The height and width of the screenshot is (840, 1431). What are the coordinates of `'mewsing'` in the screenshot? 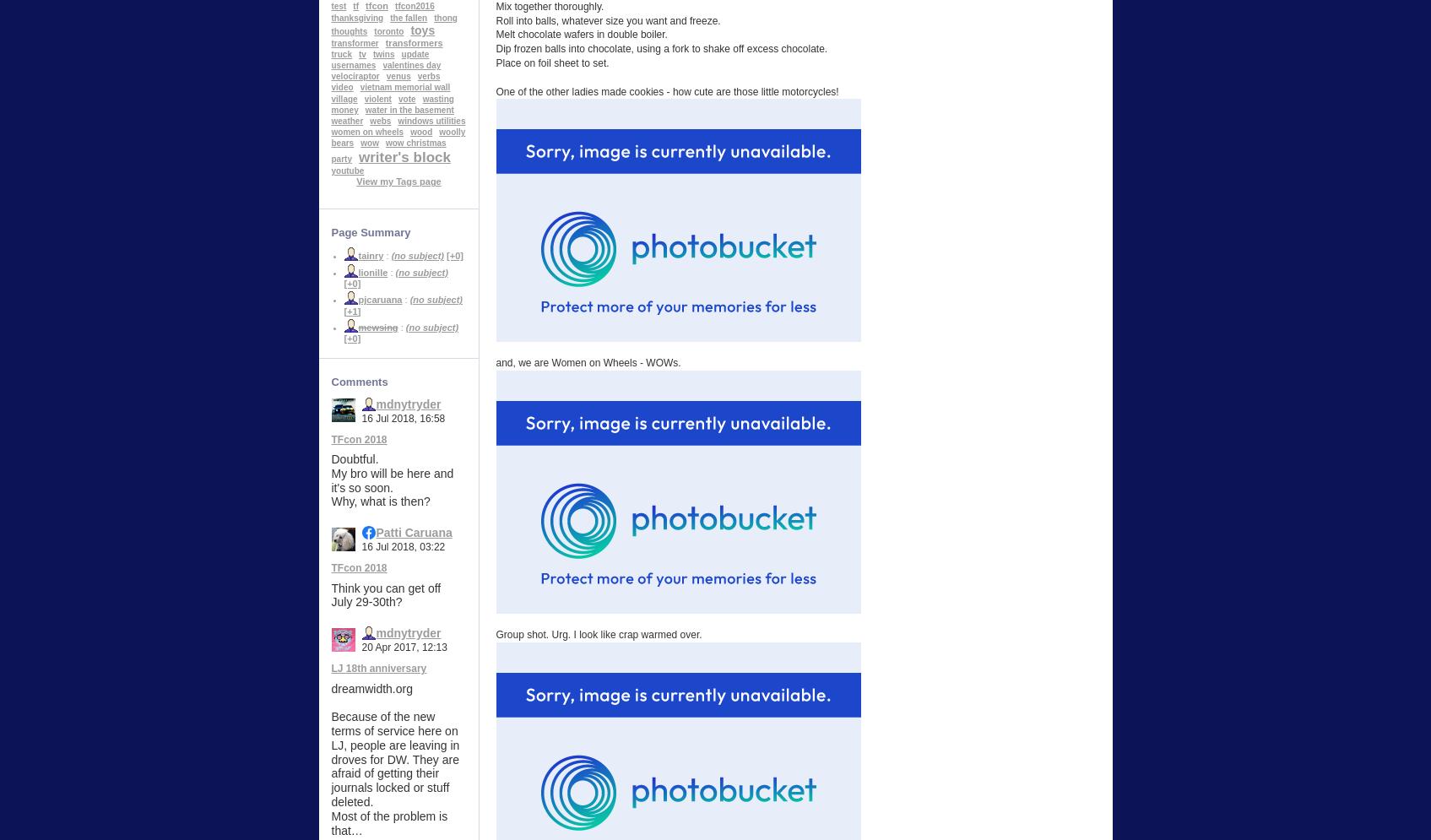 It's located at (377, 326).